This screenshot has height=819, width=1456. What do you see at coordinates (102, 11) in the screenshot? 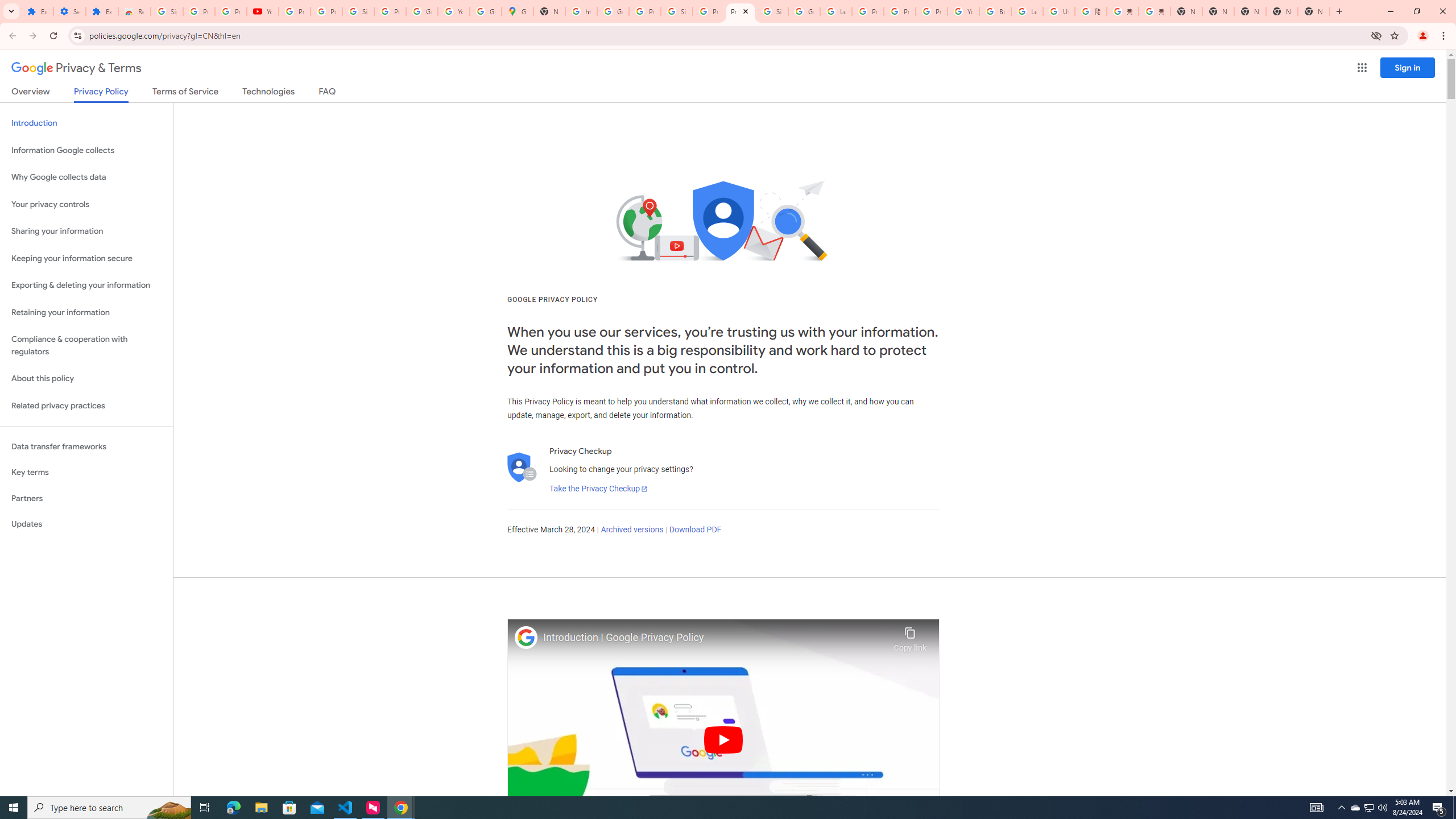
I see `'Extensions'` at bounding box center [102, 11].